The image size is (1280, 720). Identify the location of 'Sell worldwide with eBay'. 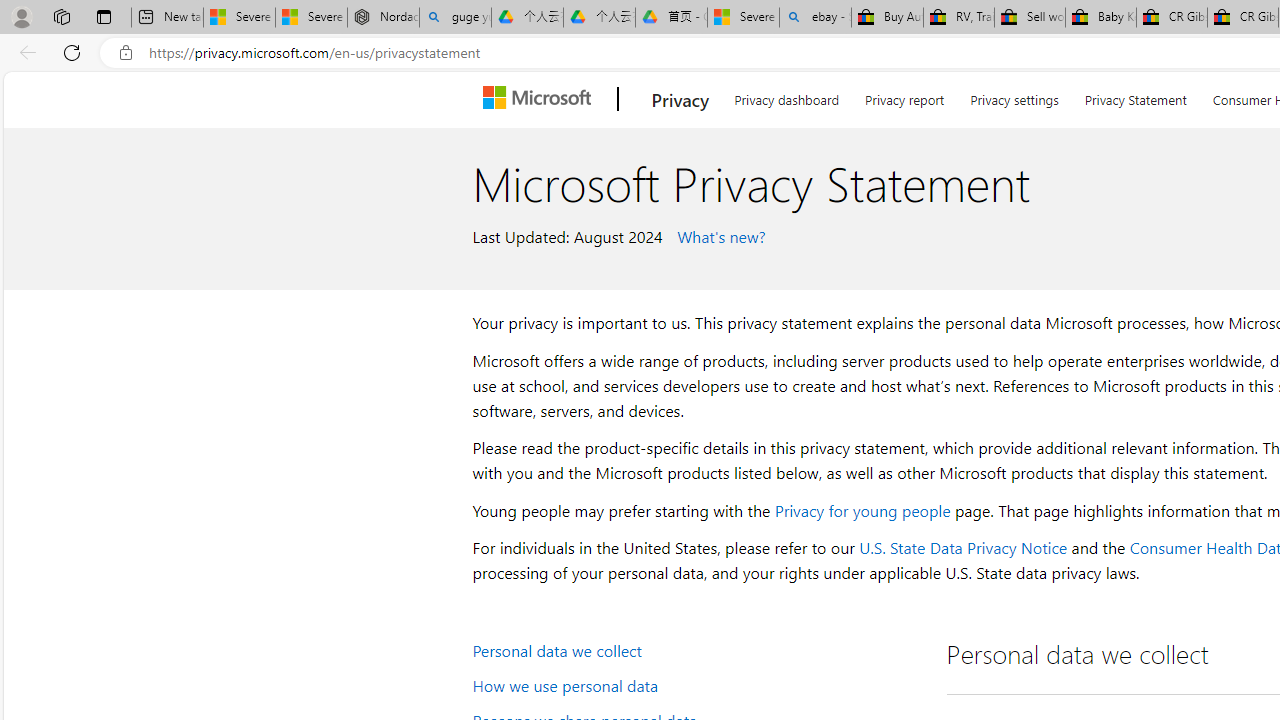
(1029, 17).